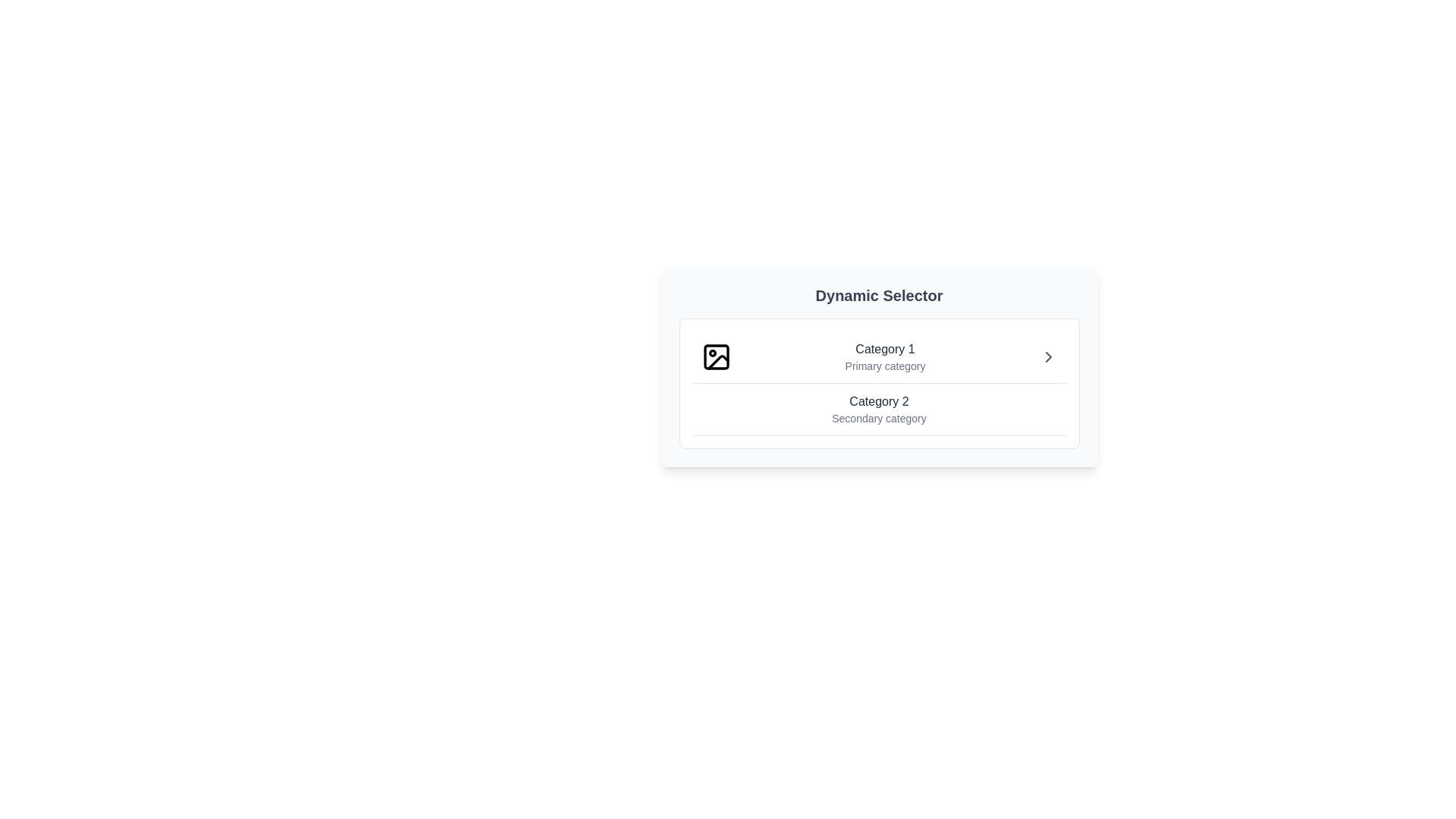 This screenshot has height=819, width=1456. Describe the element at coordinates (879, 418) in the screenshot. I see `the text label providing additional information about the 'Category 2' option in the selection interface, located directly beneath the 'Category 2' text` at that location.